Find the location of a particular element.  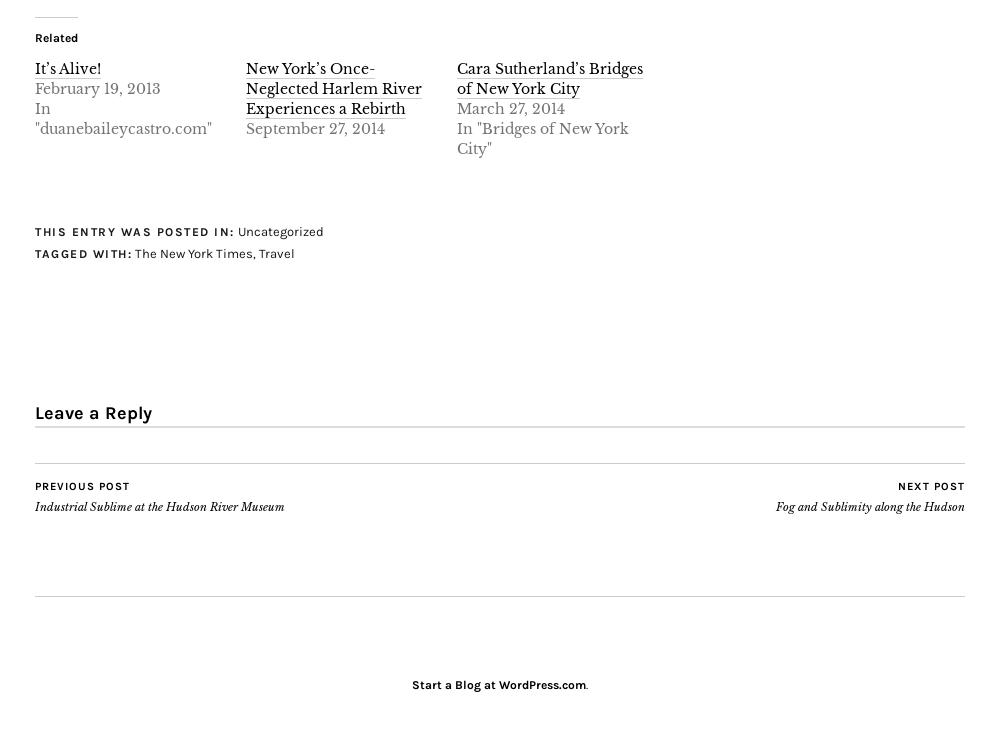

'Industrial Sublime at the Hudson River Museum' is located at coordinates (35, 506).